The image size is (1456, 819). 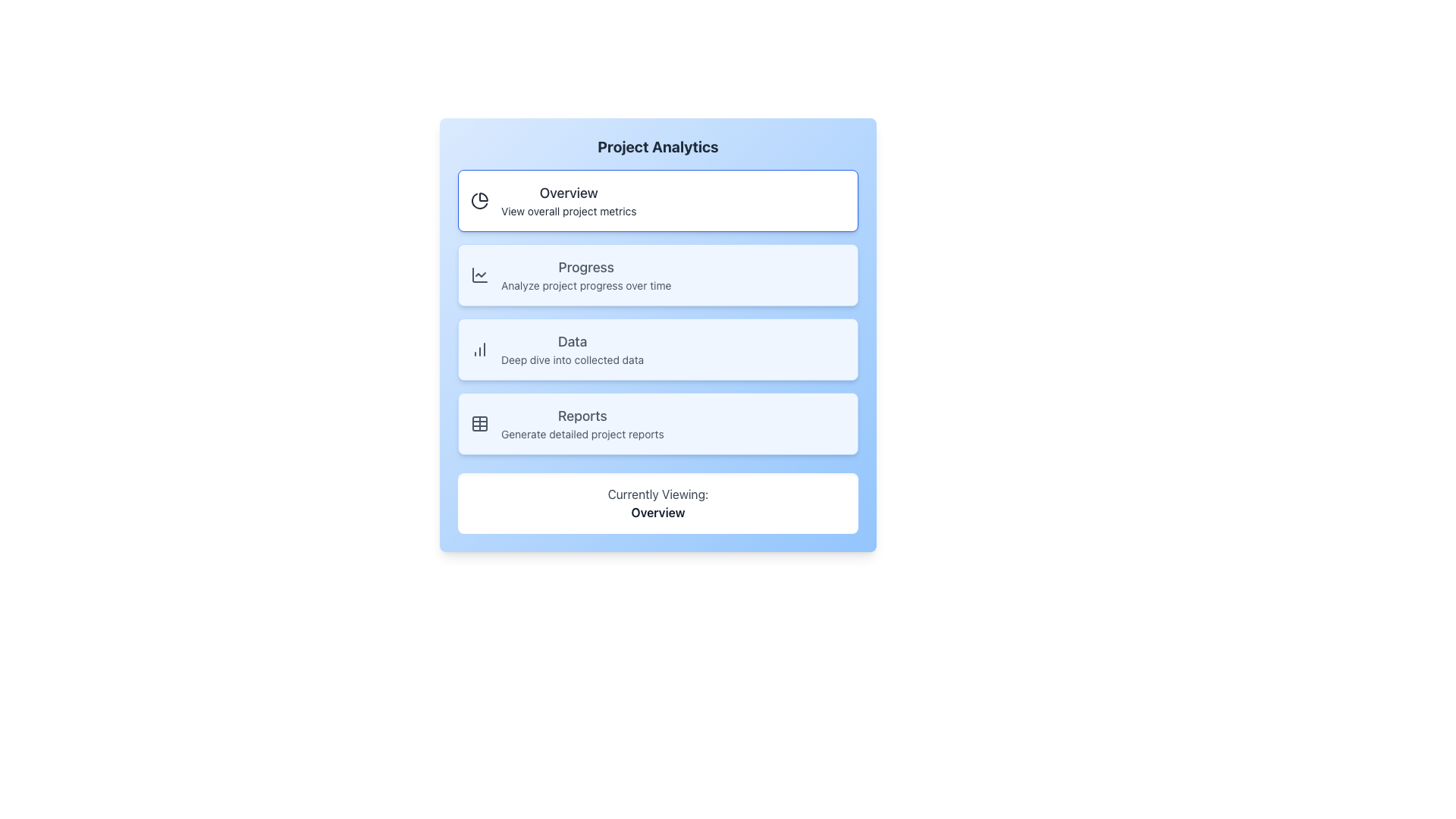 I want to click on the first button at the top of the vertical list, so click(x=658, y=200).